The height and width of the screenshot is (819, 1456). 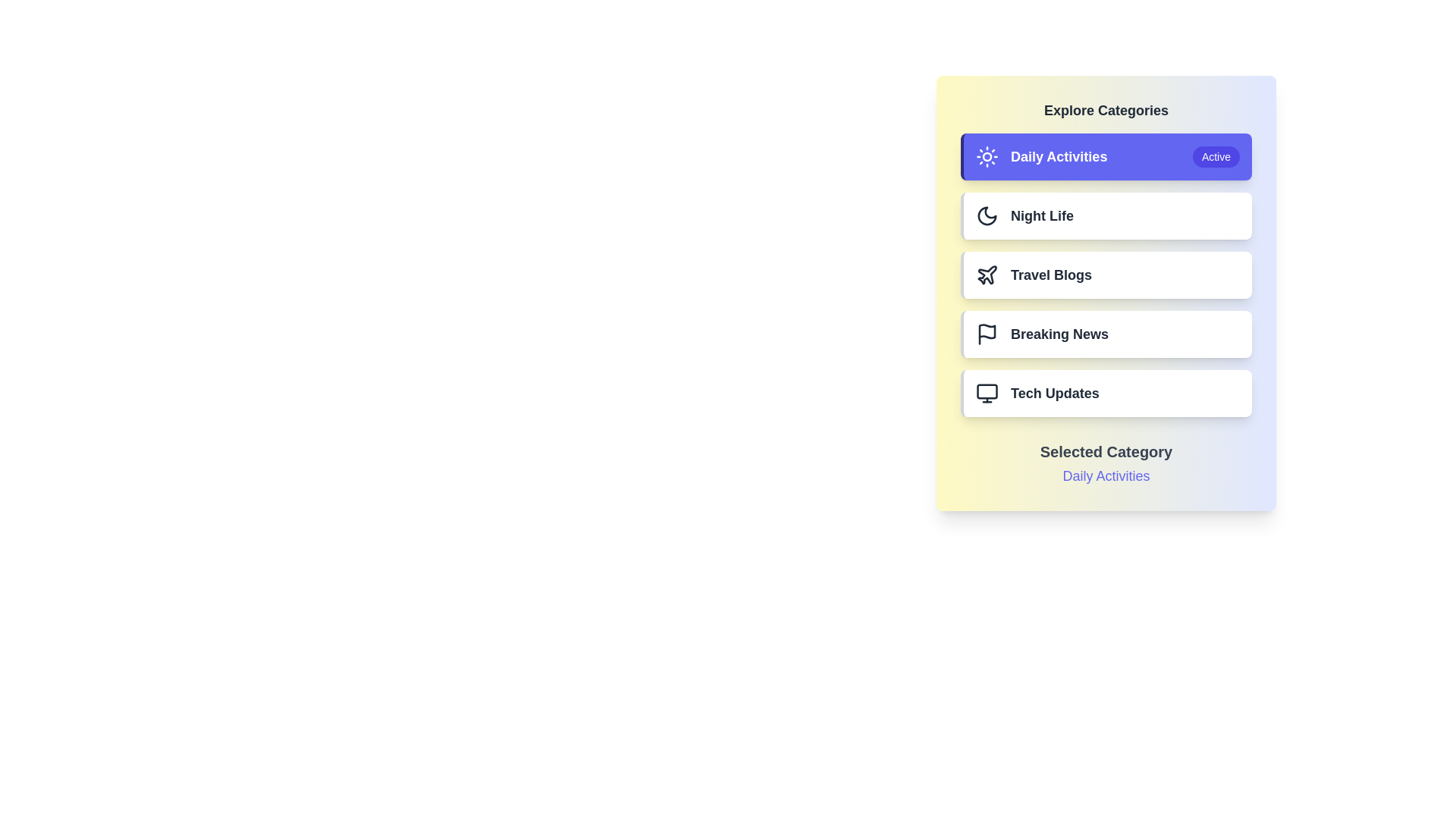 What do you see at coordinates (1106, 275) in the screenshot?
I see `the category button corresponding to Travel Blogs` at bounding box center [1106, 275].